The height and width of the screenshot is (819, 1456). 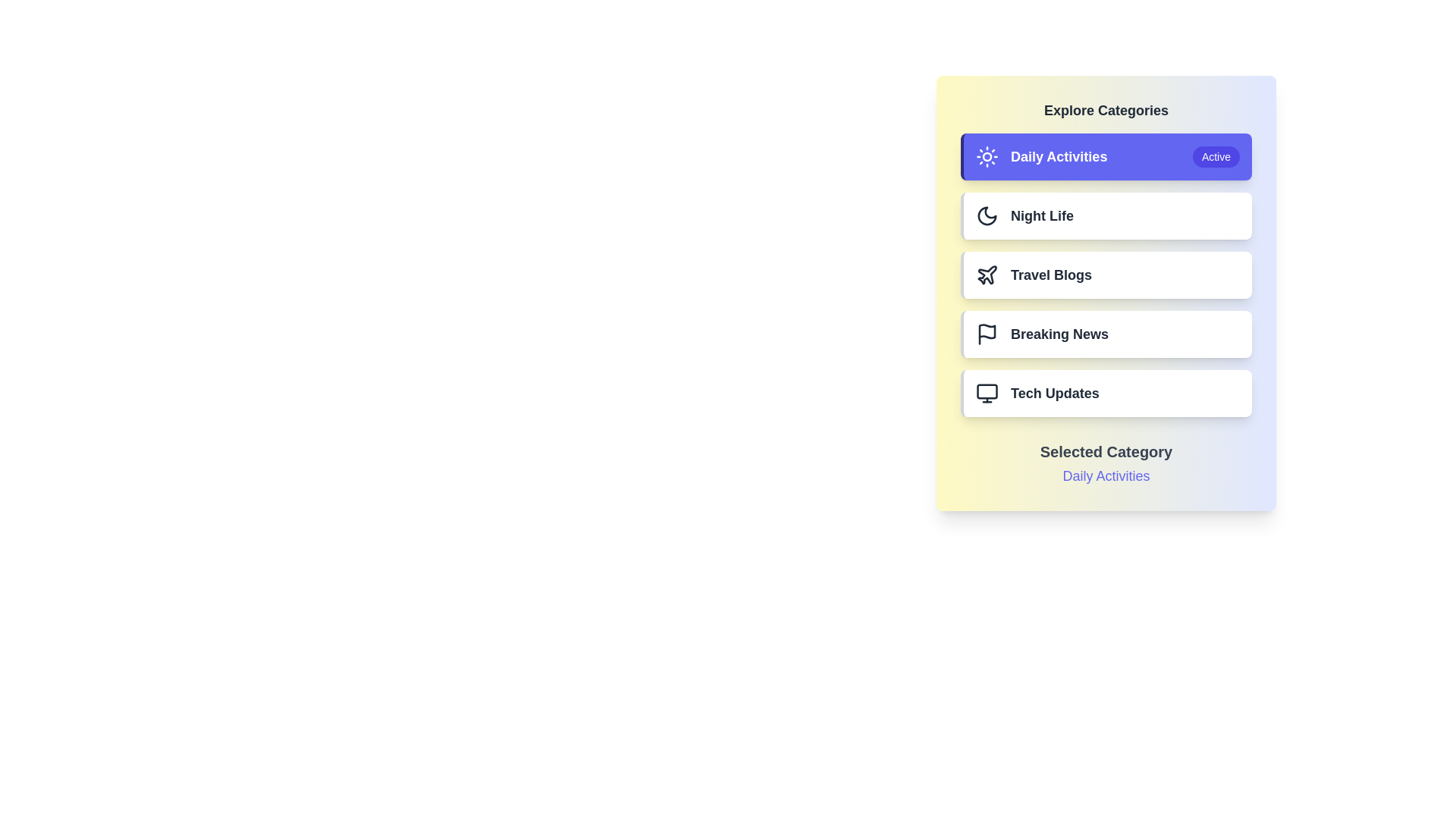 What do you see at coordinates (1106, 275) in the screenshot?
I see `the category button corresponding to Travel Blogs` at bounding box center [1106, 275].